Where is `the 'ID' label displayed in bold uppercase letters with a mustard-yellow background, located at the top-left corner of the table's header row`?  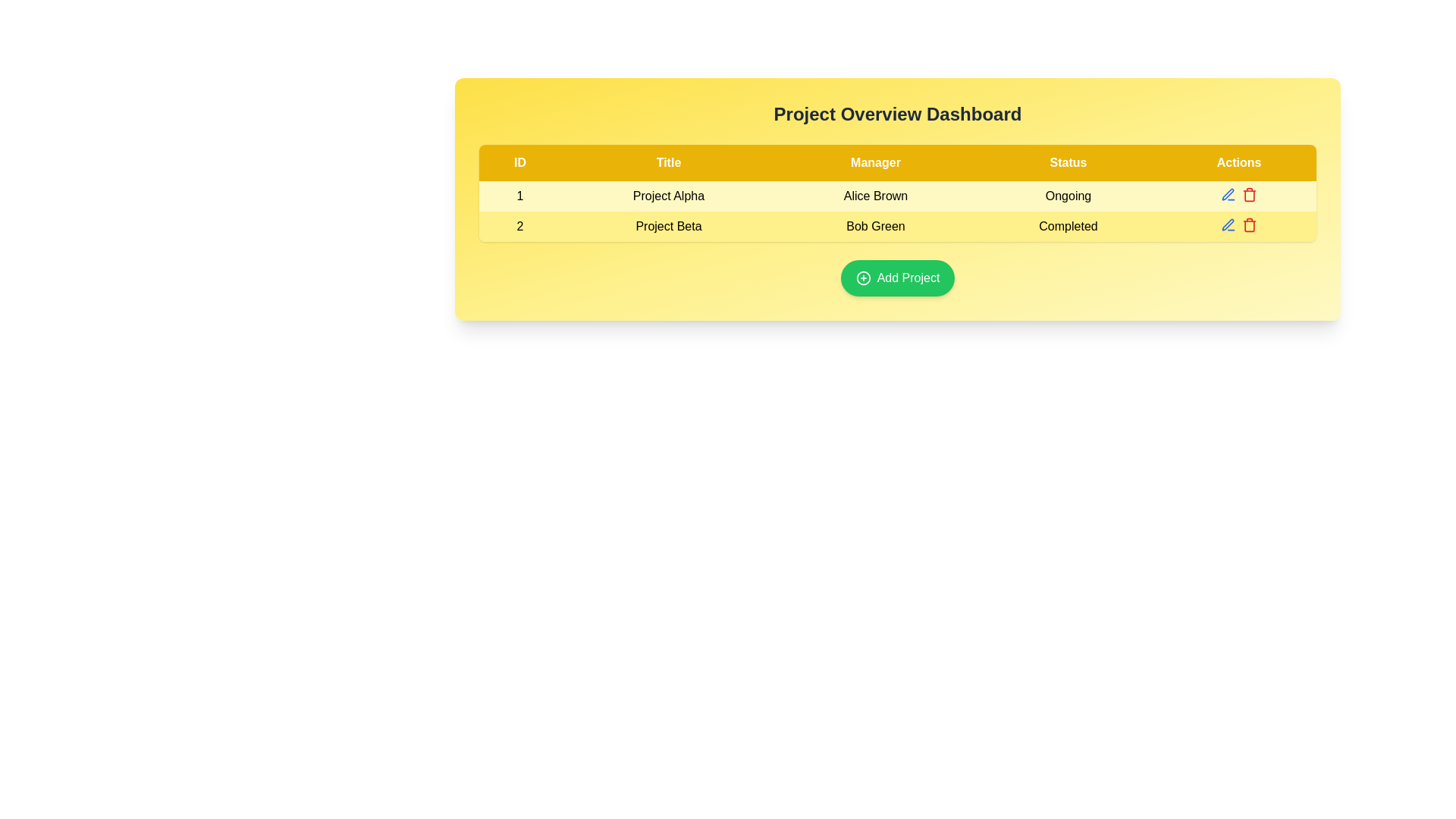 the 'ID' label displayed in bold uppercase letters with a mustard-yellow background, located at the top-left corner of the table's header row is located at coordinates (520, 163).